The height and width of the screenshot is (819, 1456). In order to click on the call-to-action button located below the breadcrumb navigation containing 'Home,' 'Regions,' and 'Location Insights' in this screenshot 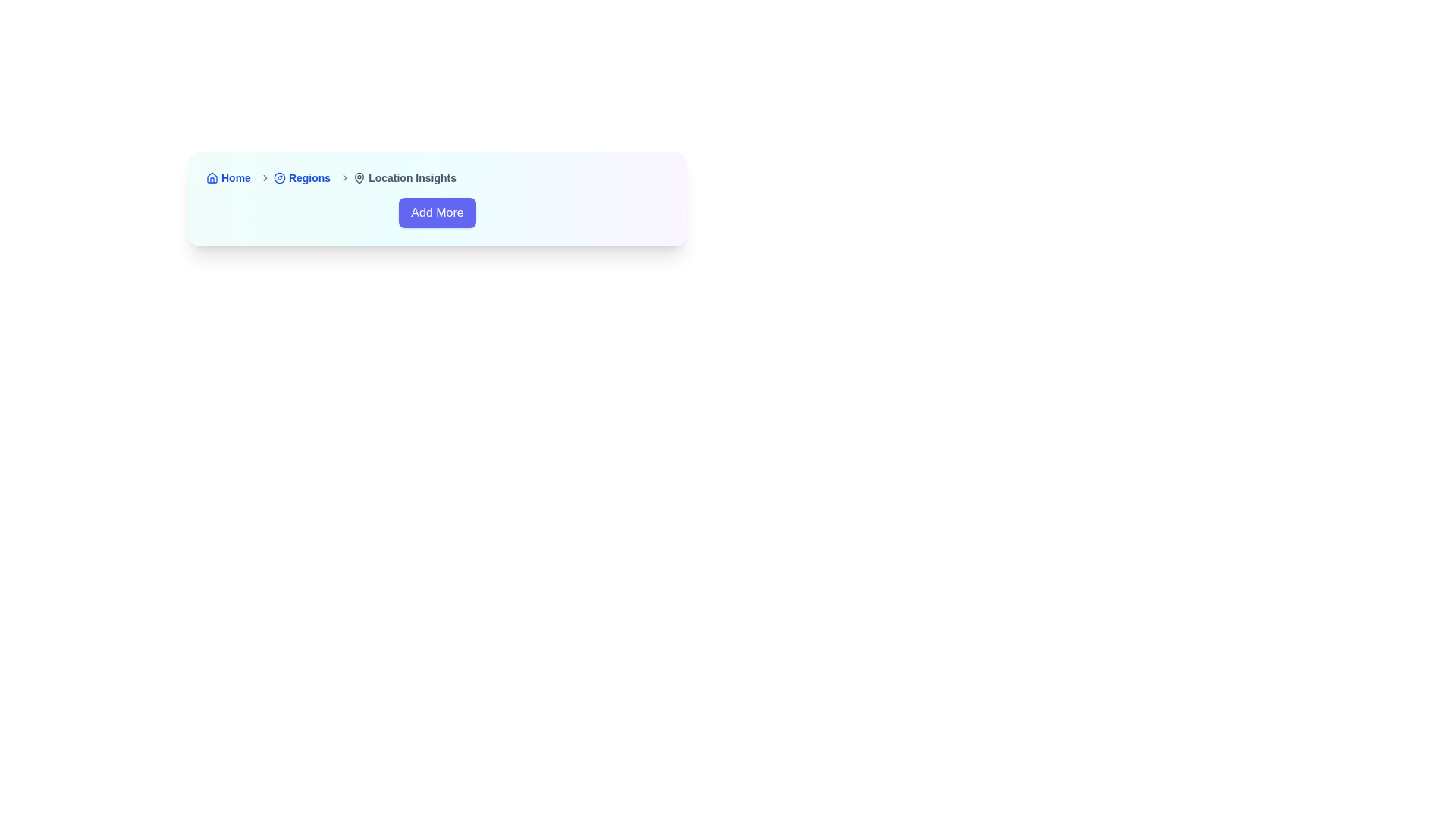, I will do `click(436, 198)`.